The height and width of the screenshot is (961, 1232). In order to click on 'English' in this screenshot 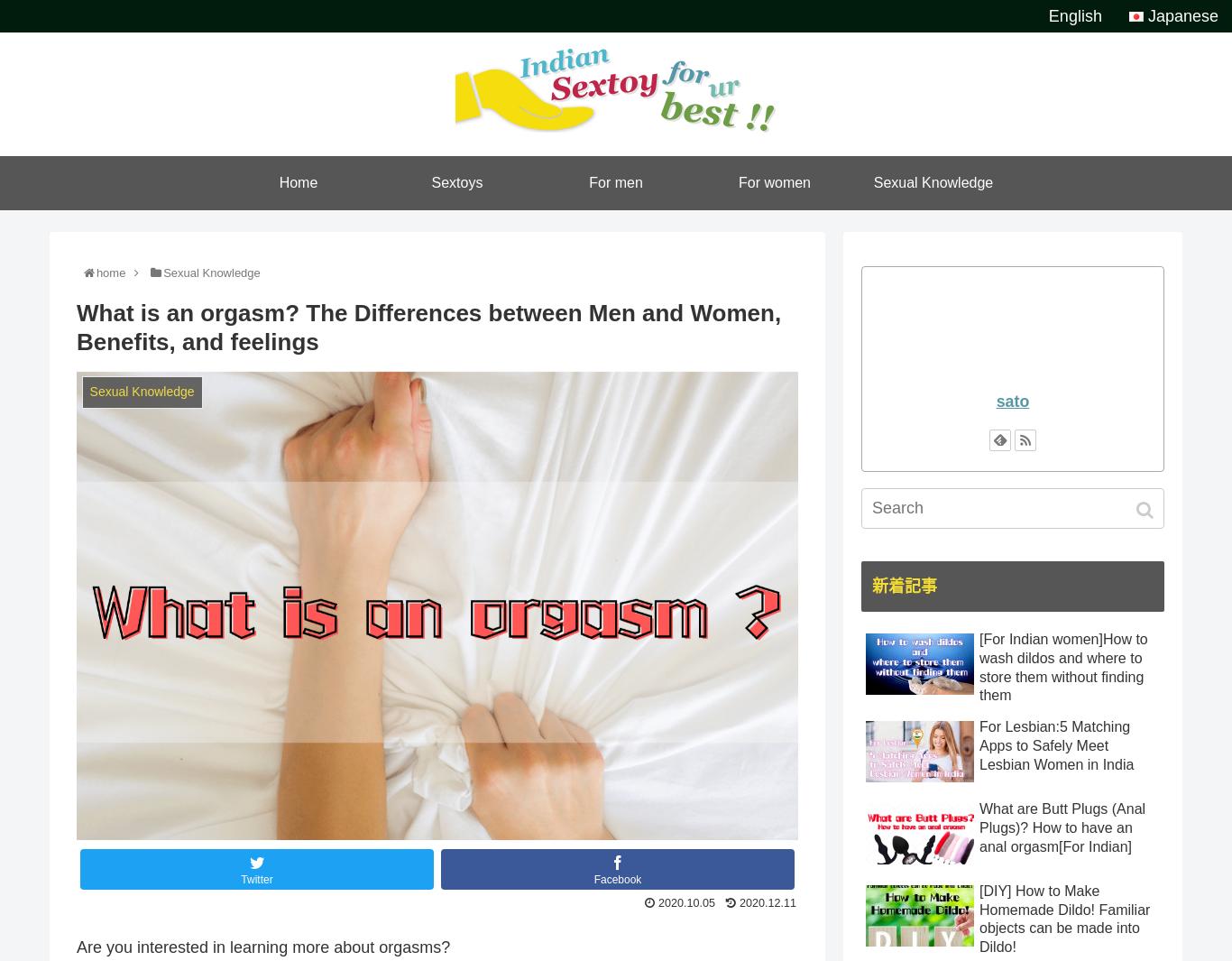, I will do `click(1074, 14)`.